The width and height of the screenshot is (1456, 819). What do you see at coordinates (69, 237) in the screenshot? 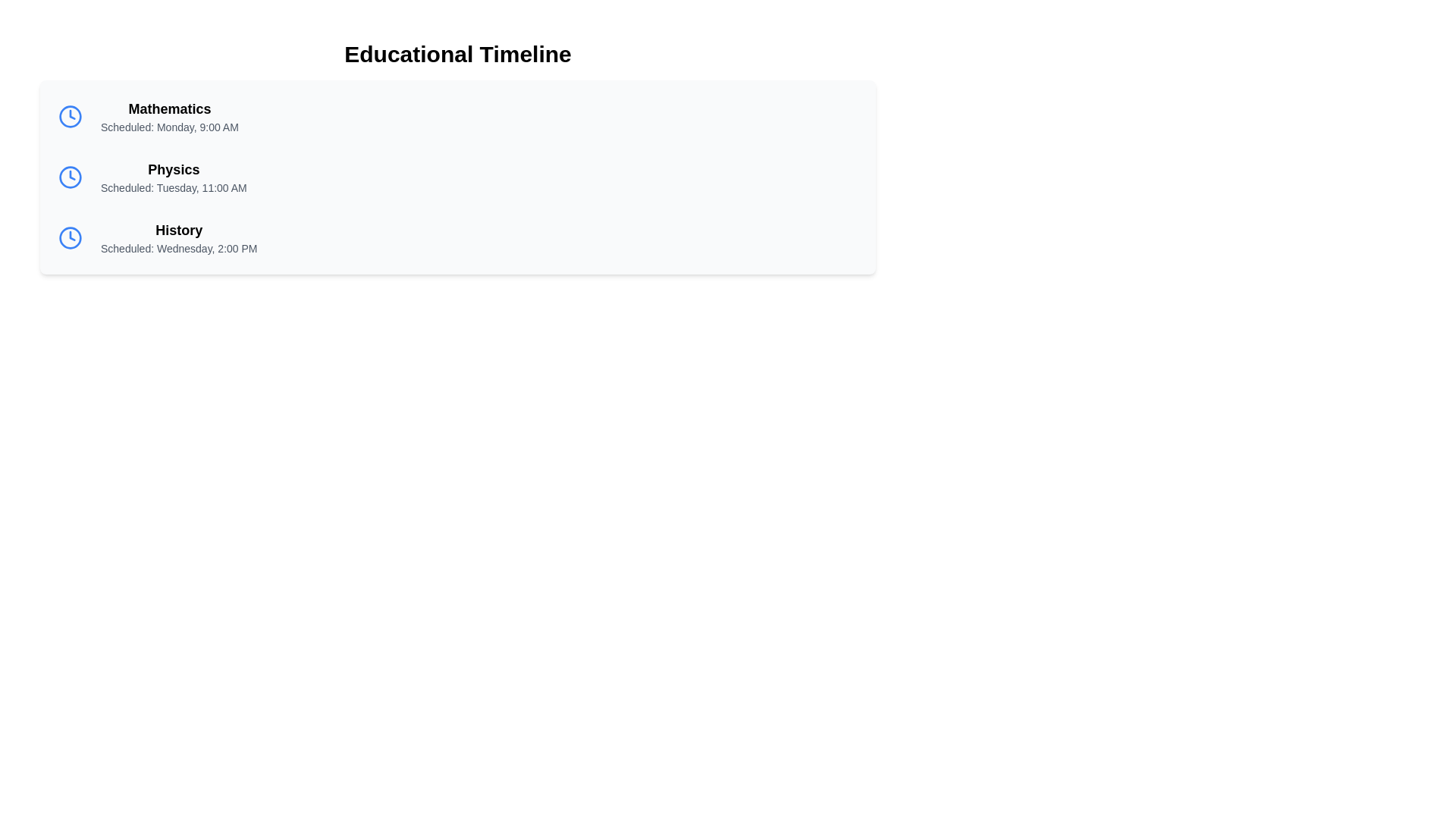
I see `the clock icon representing the 'History' event in the 'Educational Timeline' list, which is the third icon among three similar icons aligned vertically` at bounding box center [69, 237].